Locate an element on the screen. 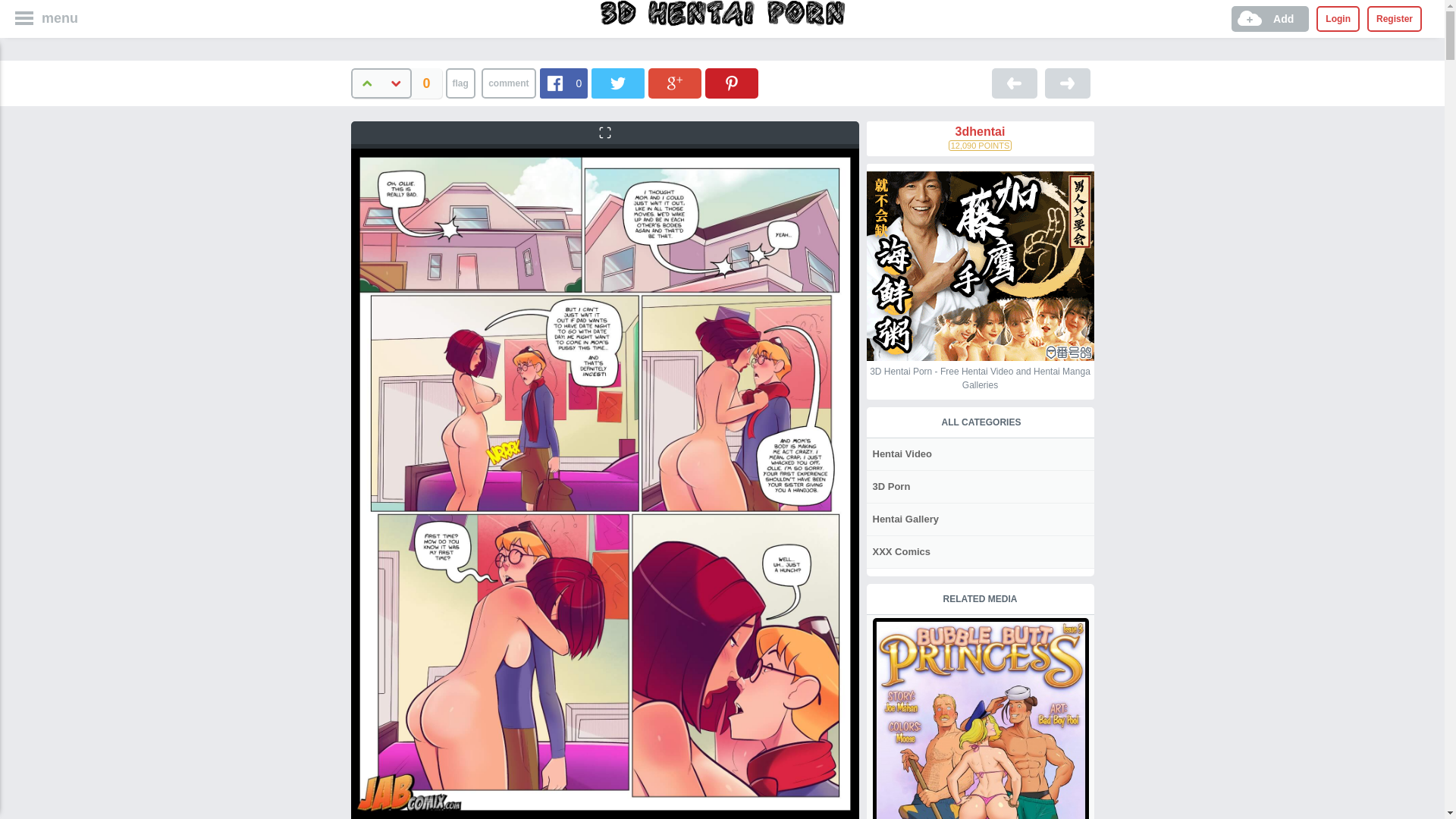  'Click to vote up' is located at coordinates (365, 83).